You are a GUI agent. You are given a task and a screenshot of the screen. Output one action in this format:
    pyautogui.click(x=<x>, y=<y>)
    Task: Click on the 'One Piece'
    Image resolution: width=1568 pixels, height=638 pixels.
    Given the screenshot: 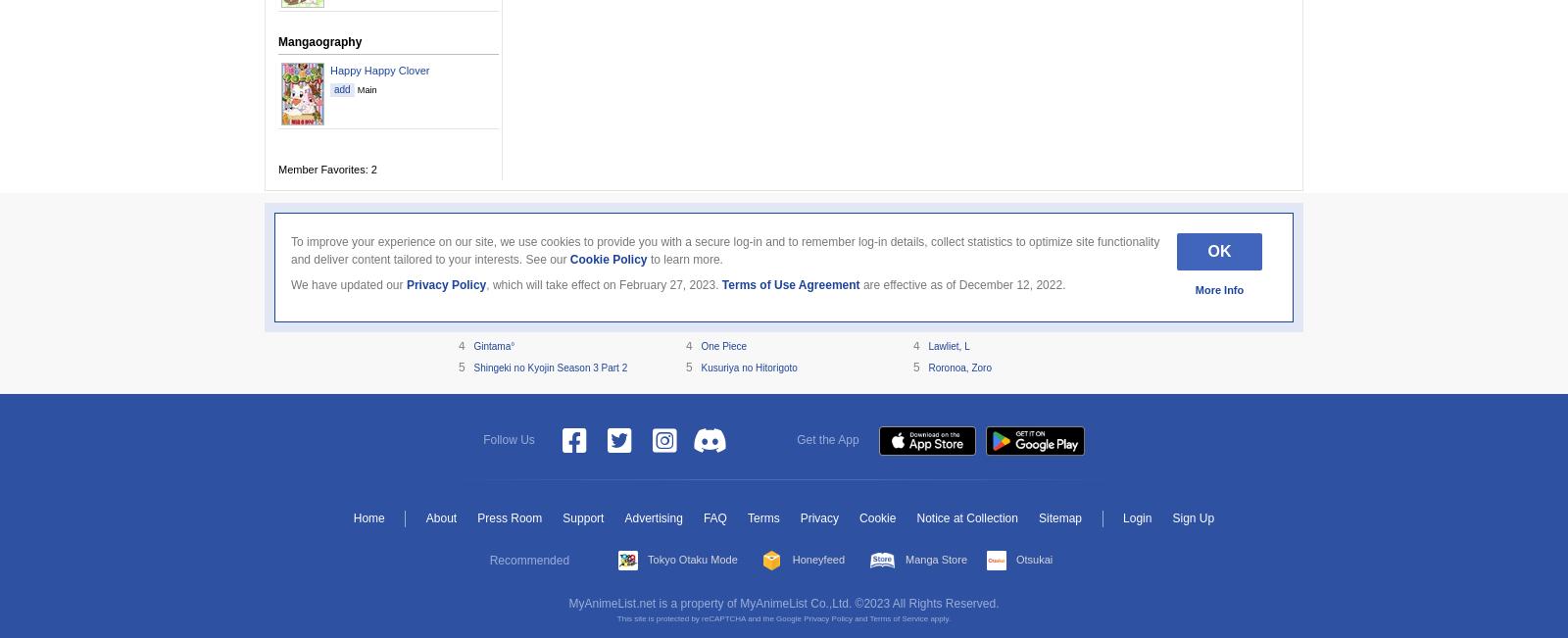 What is the action you would take?
    pyautogui.click(x=723, y=346)
    